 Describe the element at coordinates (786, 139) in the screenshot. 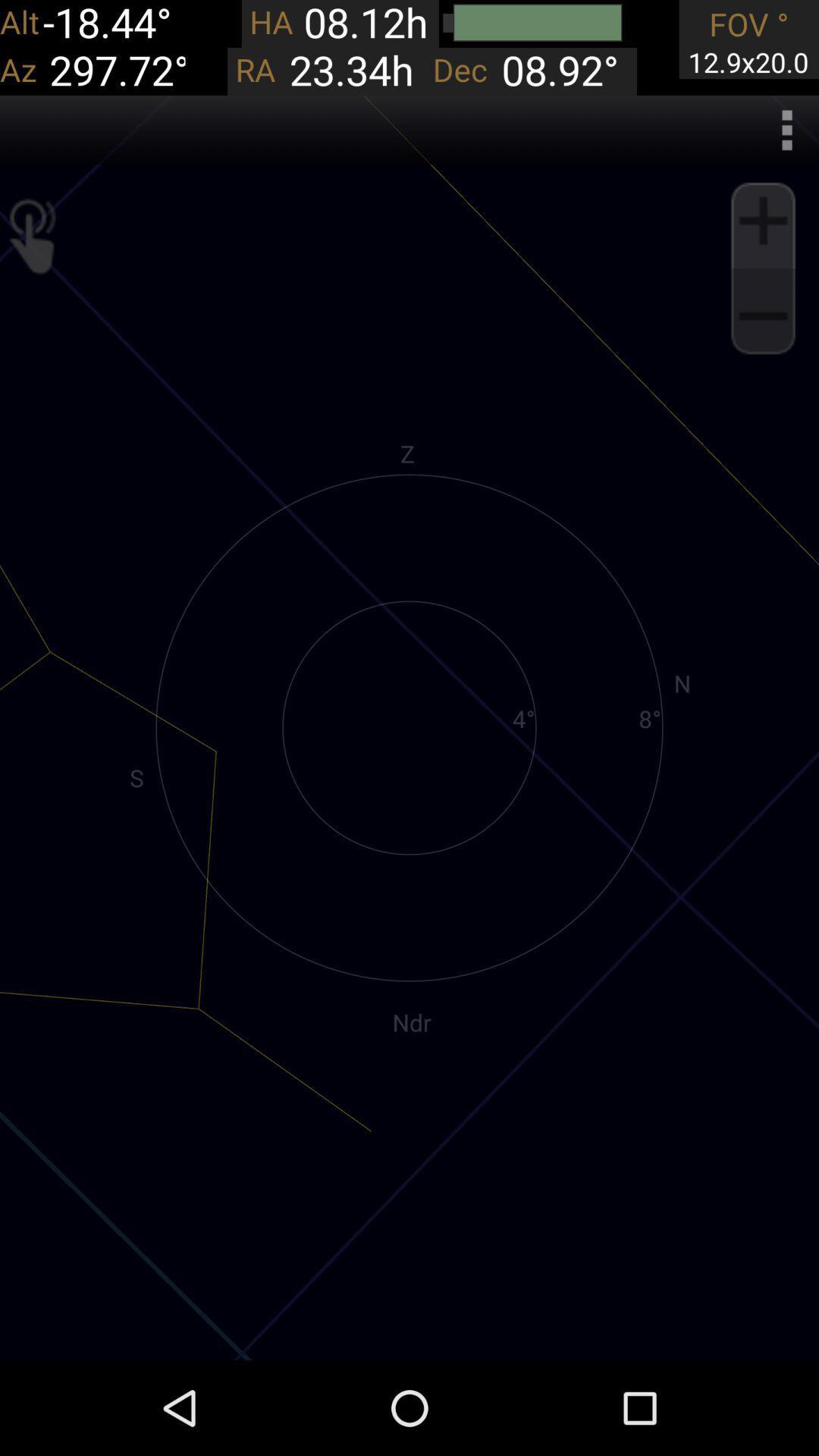

I see `the more icon` at that location.